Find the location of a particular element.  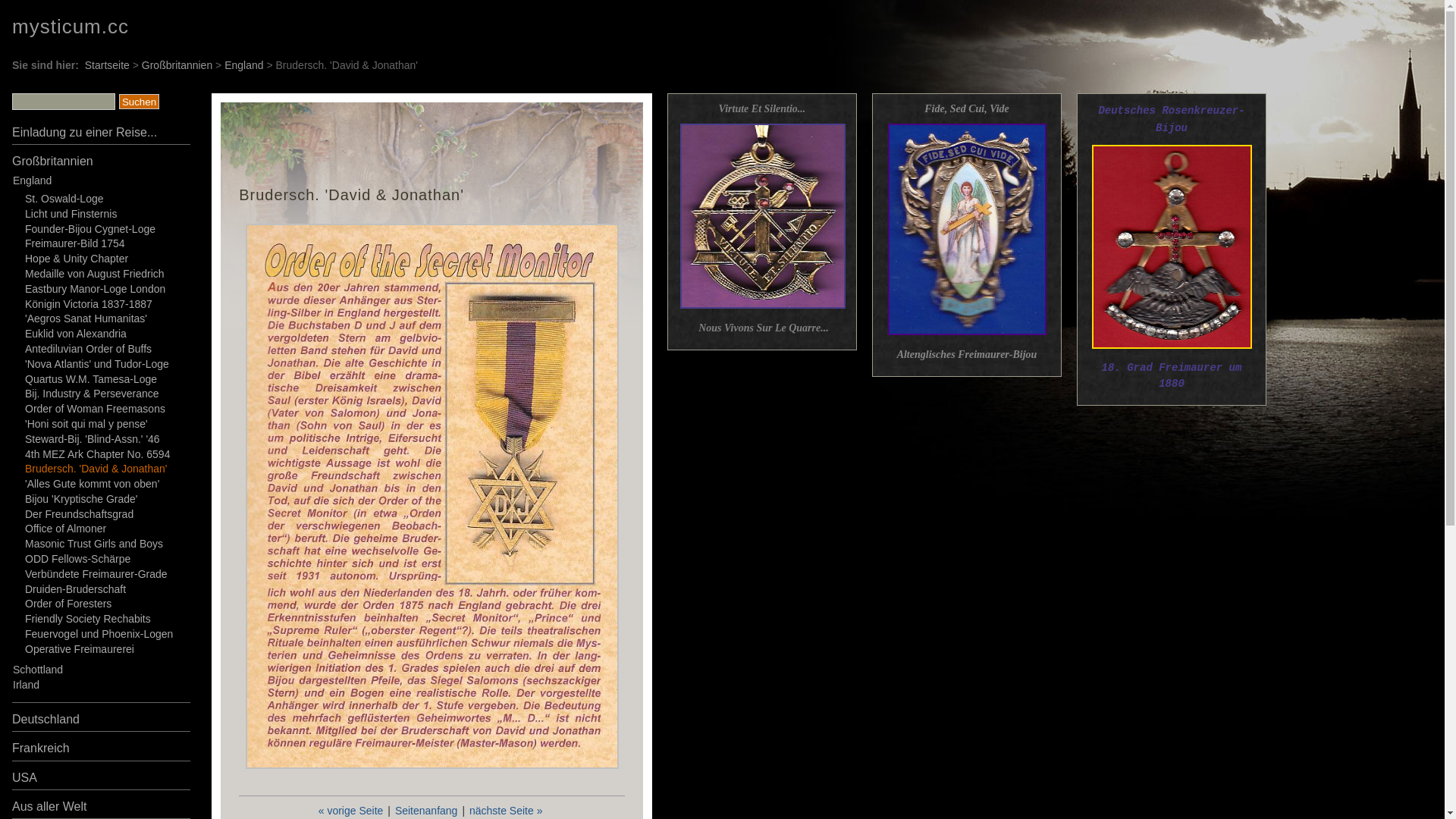

'St. Oswald-Loge' is located at coordinates (64, 198).